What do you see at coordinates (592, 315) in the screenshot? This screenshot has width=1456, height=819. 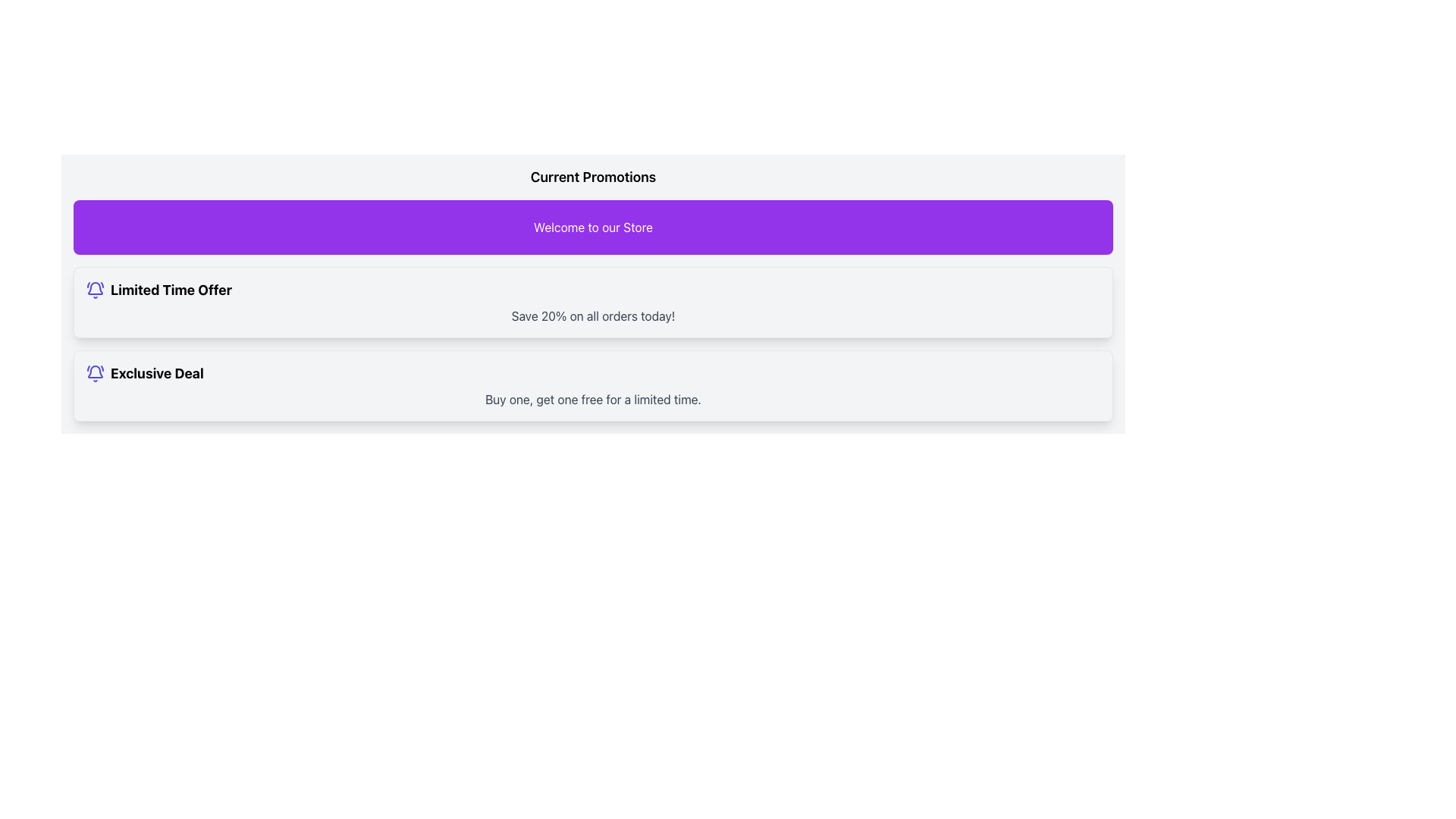 I see `promotional offer details from the text stating 'Save 20% on all orders today!' which is centrally aligned and located within the card below the heading 'Limited Time Offer'` at bounding box center [592, 315].